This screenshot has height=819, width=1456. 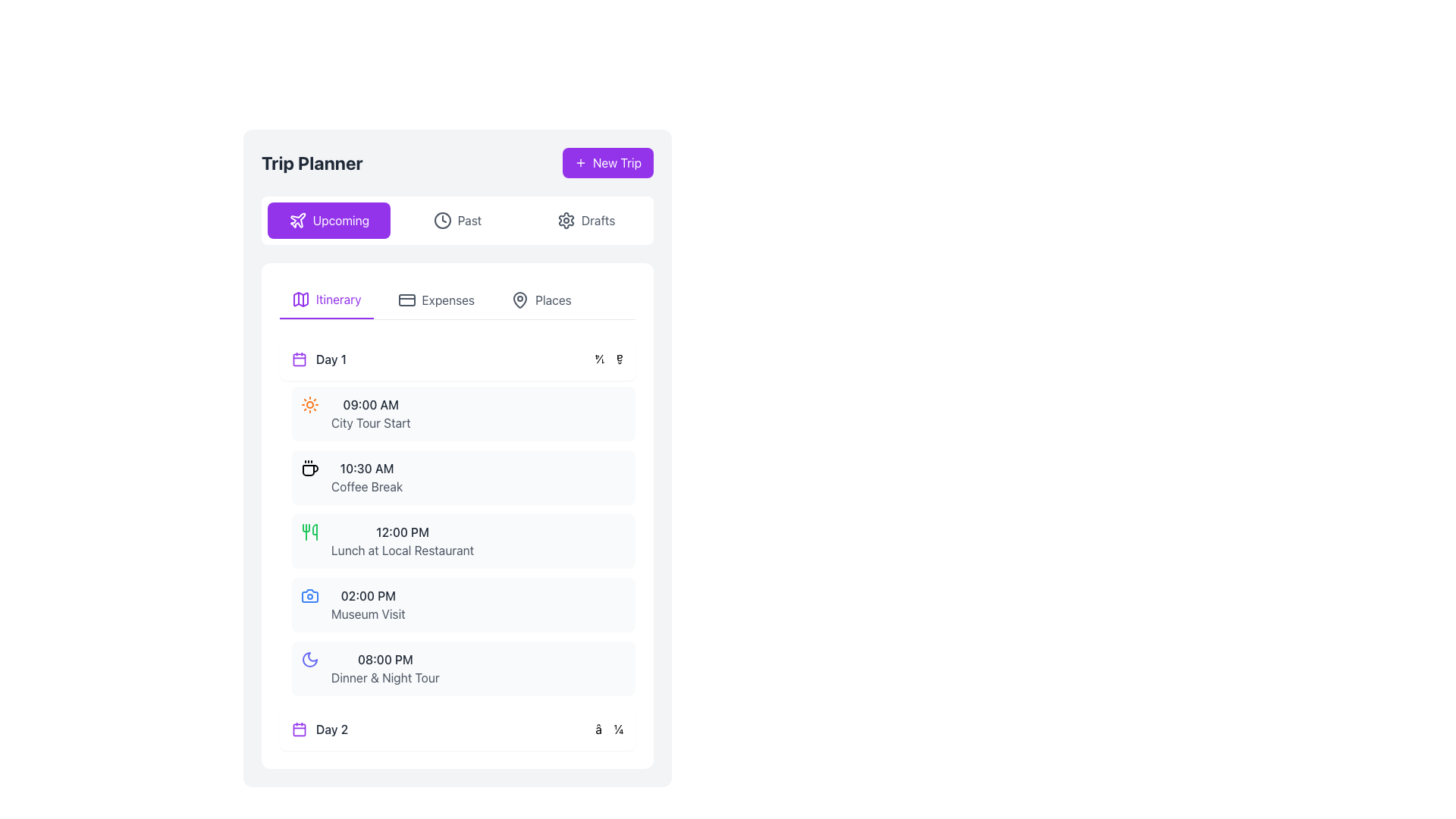 What do you see at coordinates (301, 299) in the screenshot?
I see `the purple map icon located to the left of the 'Itinerary' text in the top section of the tabbed interface` at bounding box center [301, 299].